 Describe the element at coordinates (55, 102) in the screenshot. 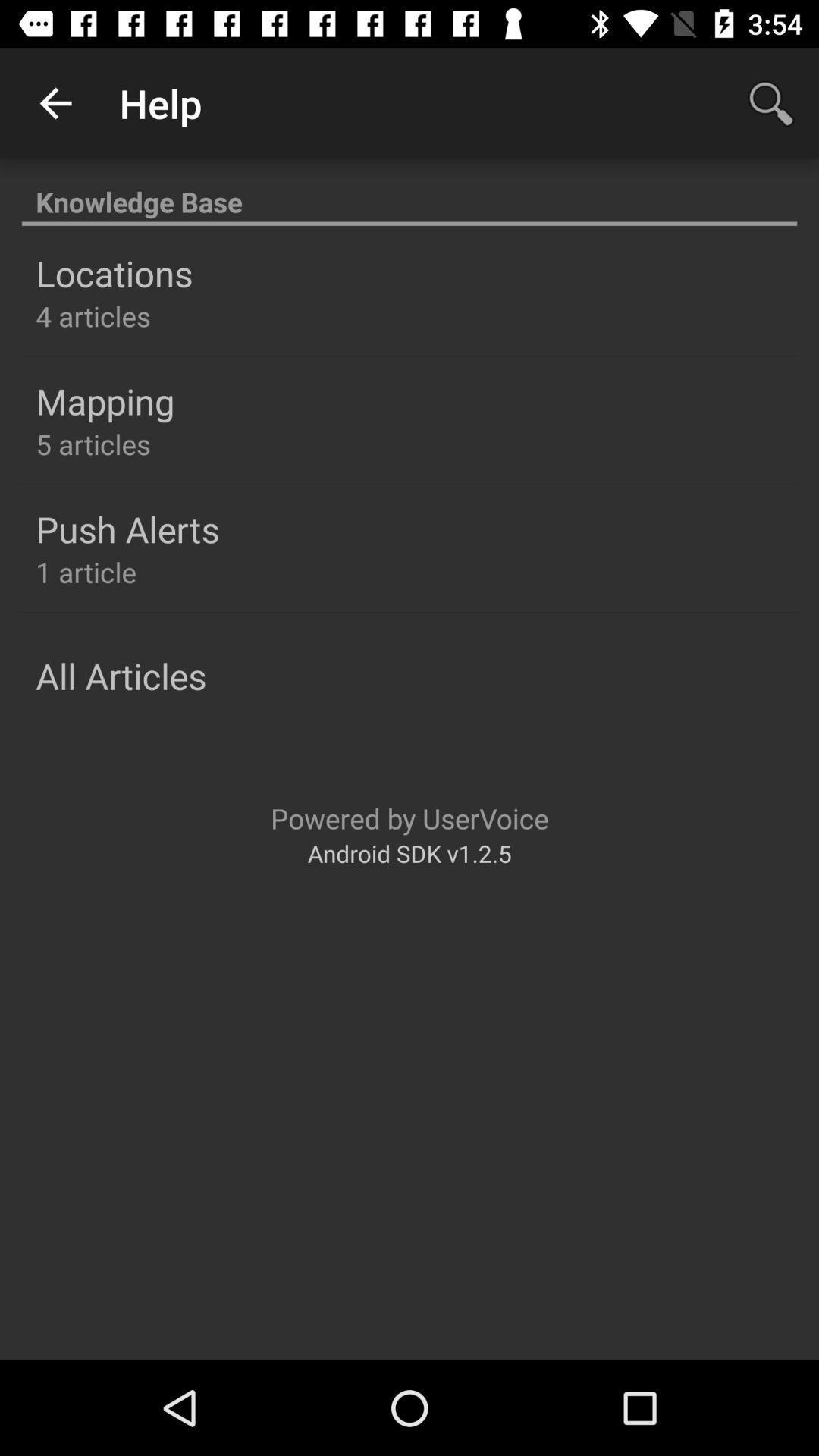

I see `the icon above the knowledge base icon` at that location.